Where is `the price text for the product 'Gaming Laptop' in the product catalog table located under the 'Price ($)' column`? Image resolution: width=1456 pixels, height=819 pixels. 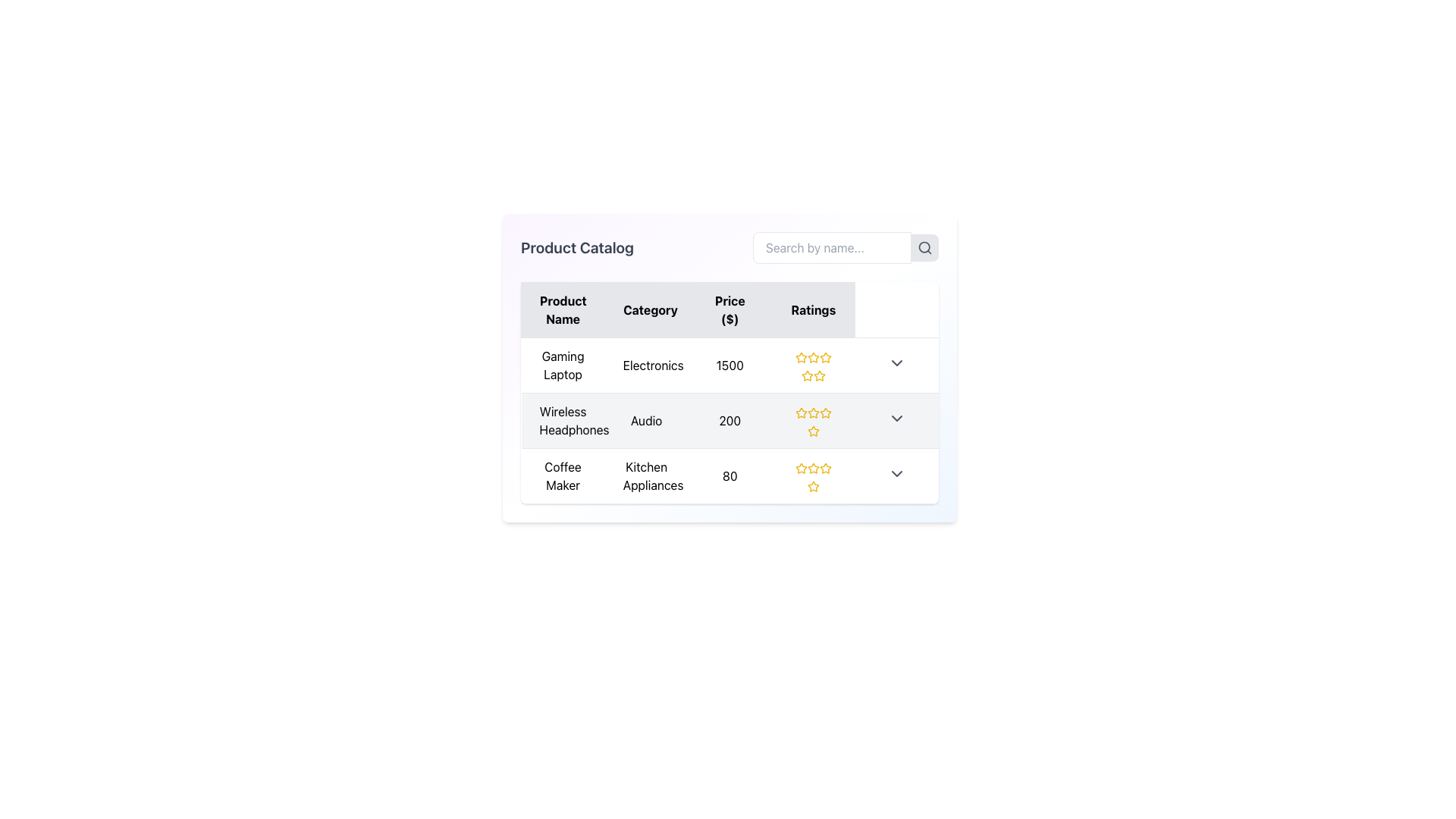 the price text for the product 'Gaming Laptop' in the product catalog table located under the 'Price ($)' column is located at coordinates (730, 366).